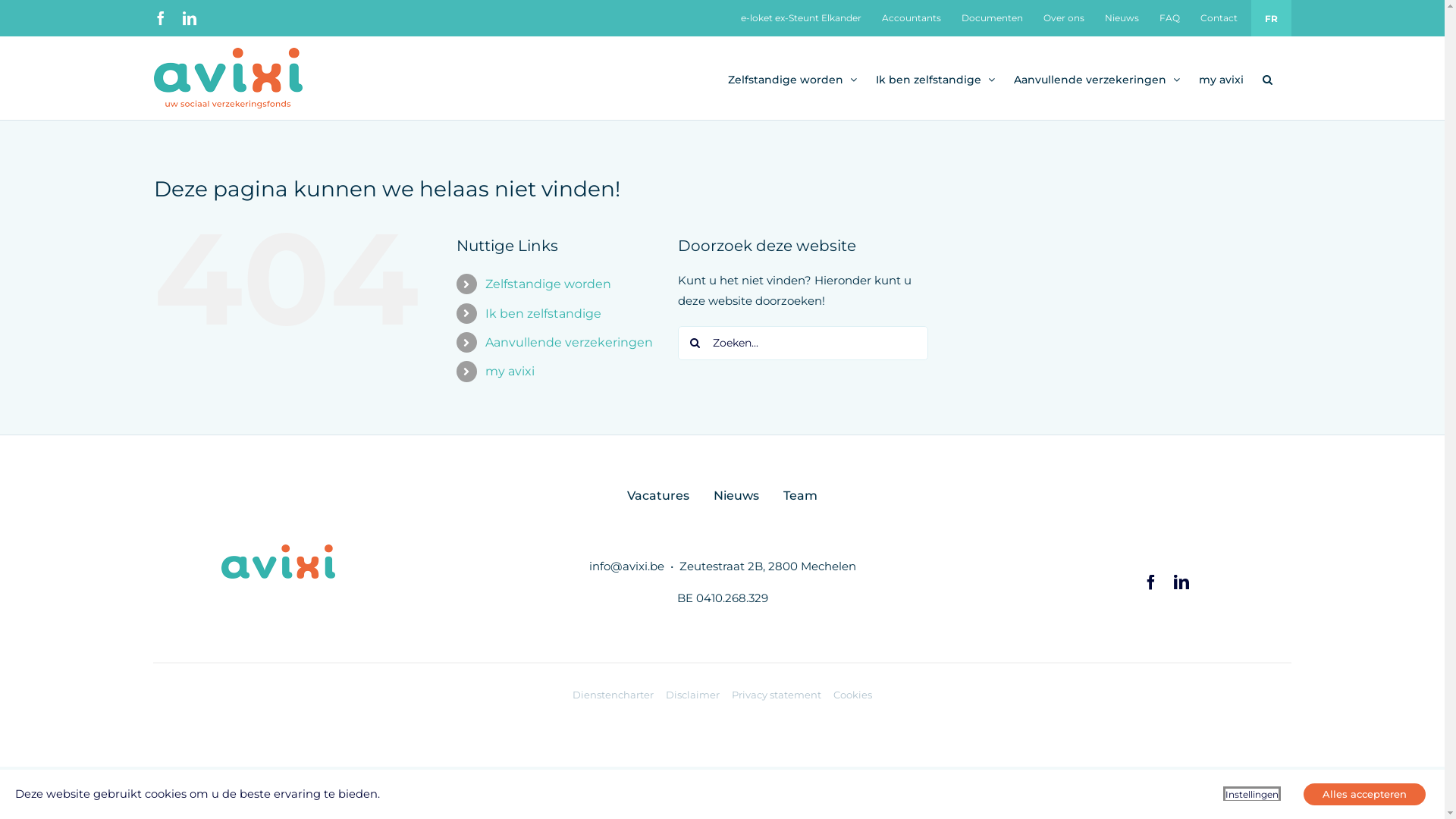  I want to click on 'Facebook', so click(1143, 581).